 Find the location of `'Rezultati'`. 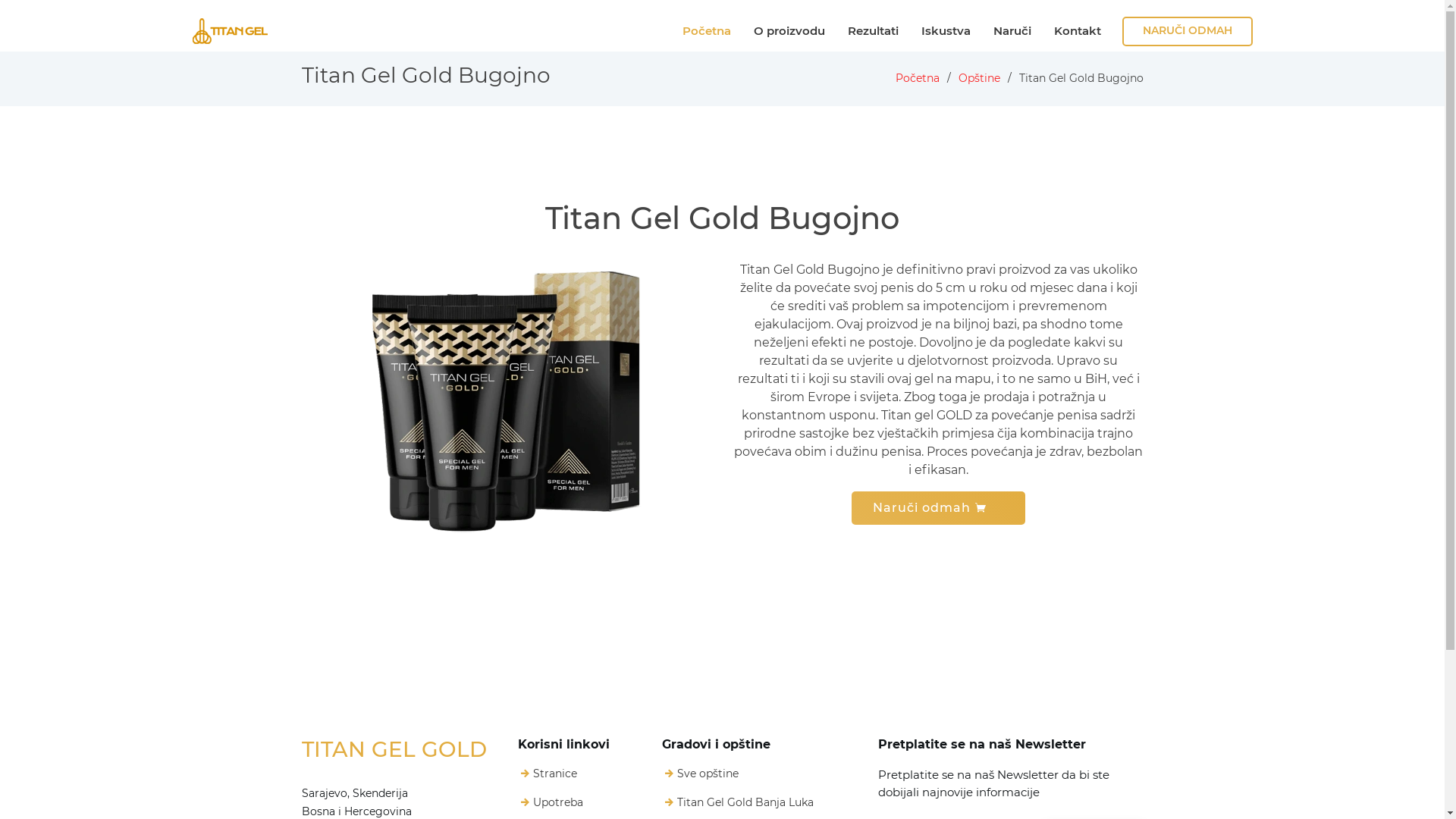

'Rezultati' is located at coordinates (844, 31).